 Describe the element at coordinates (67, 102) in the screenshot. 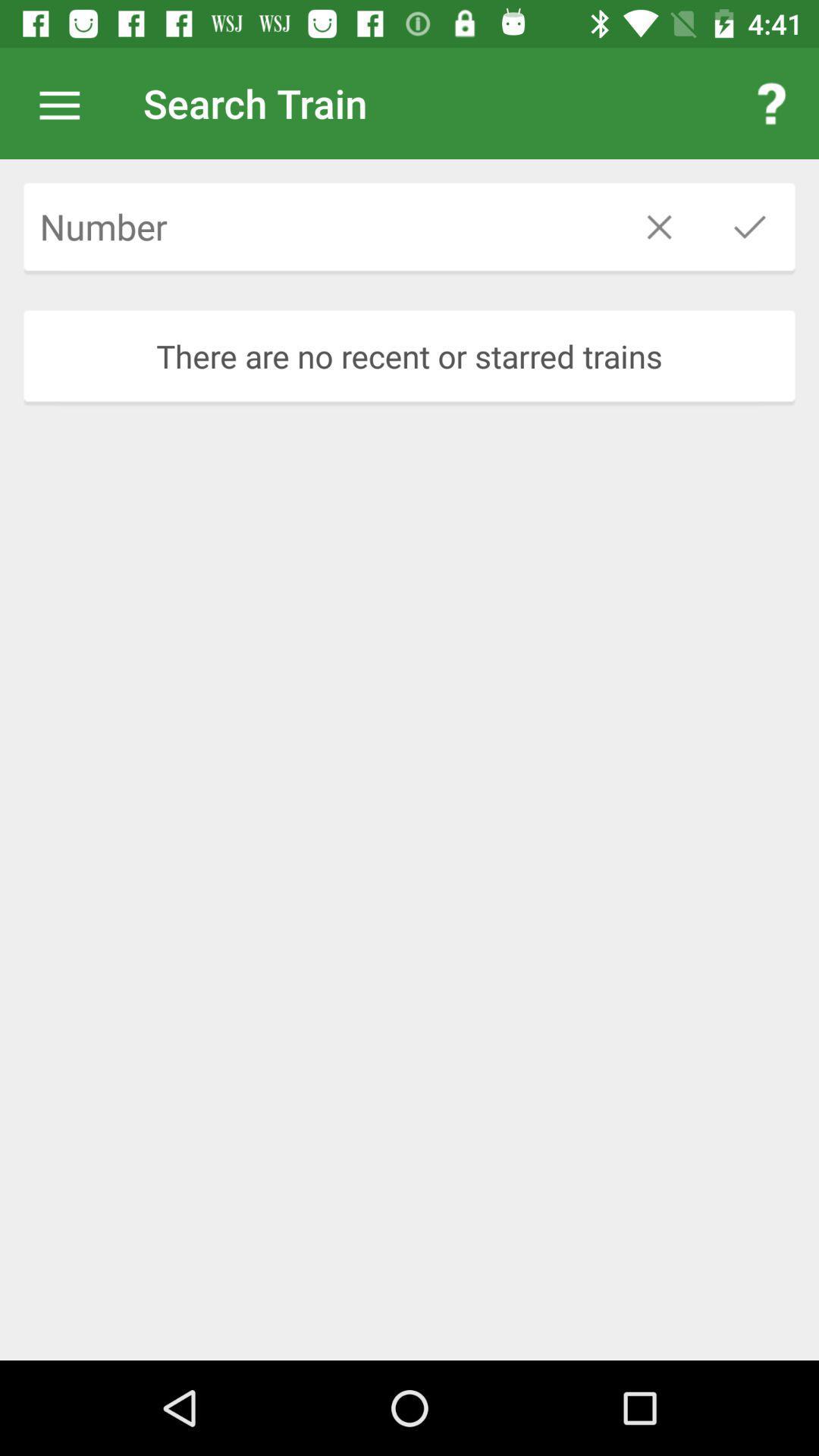

I see `item to the left of the search train icon` at that location.